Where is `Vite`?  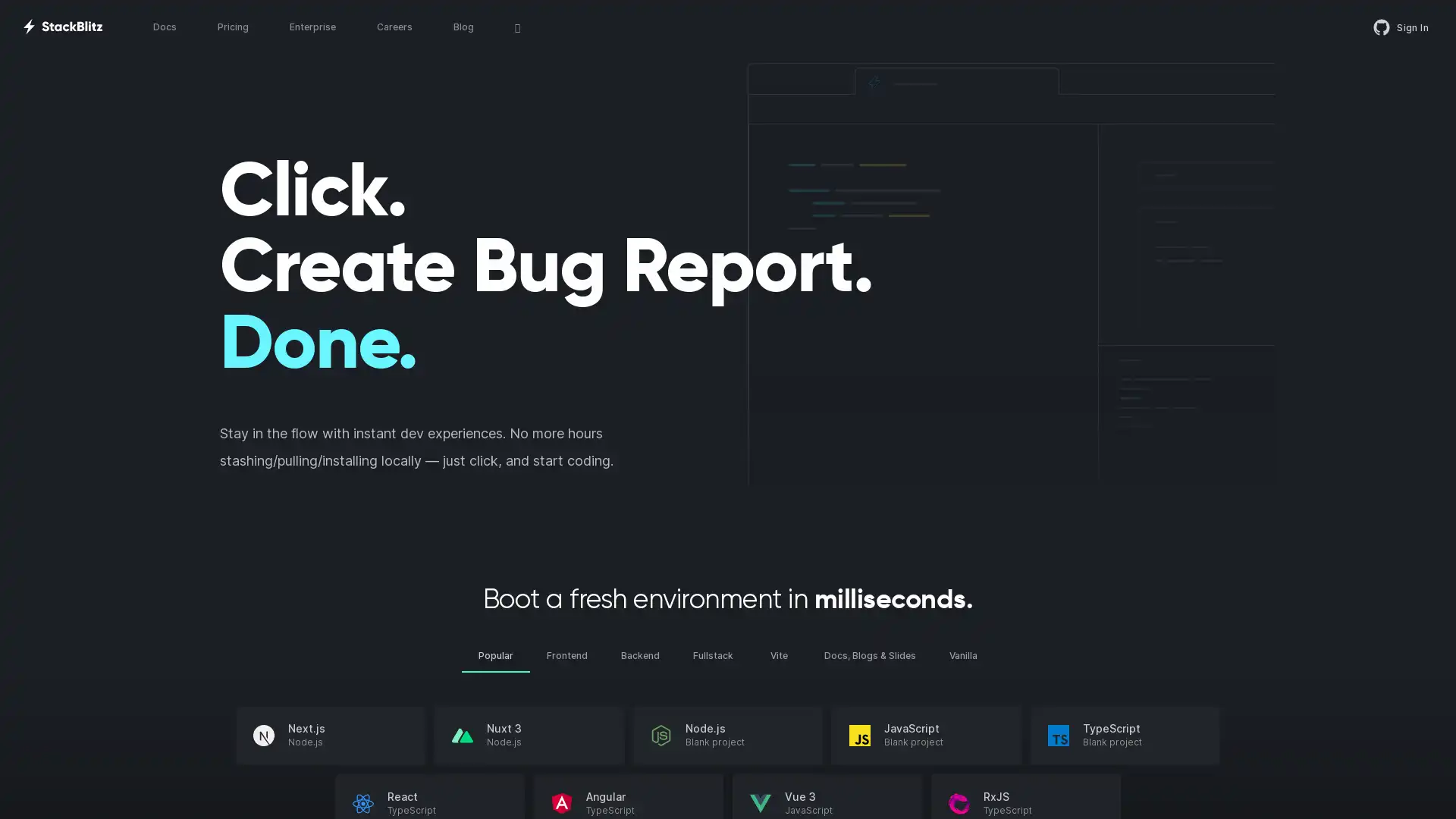
Vite is located at coordinates (779, 654).